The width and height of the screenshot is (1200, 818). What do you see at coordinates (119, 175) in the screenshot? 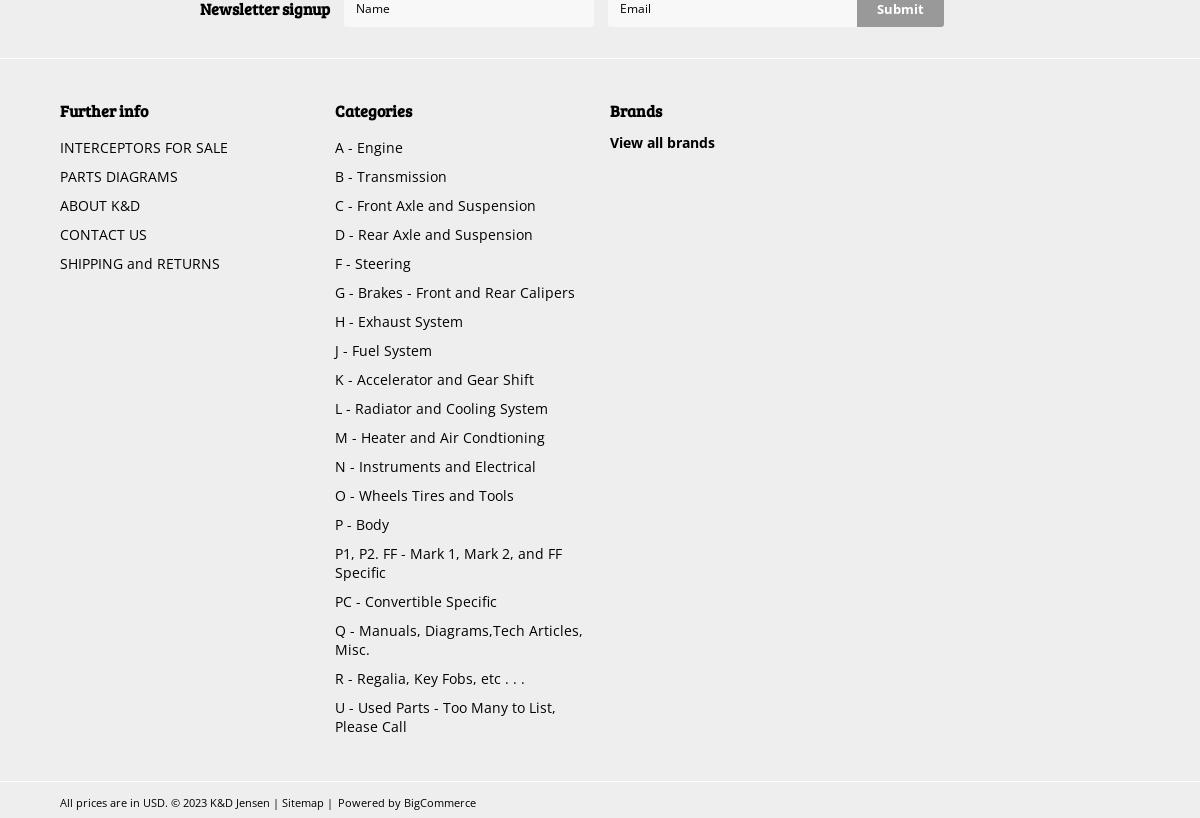
I see `'PARTS DIAGRAMS'` at bounding box center [119, 175].